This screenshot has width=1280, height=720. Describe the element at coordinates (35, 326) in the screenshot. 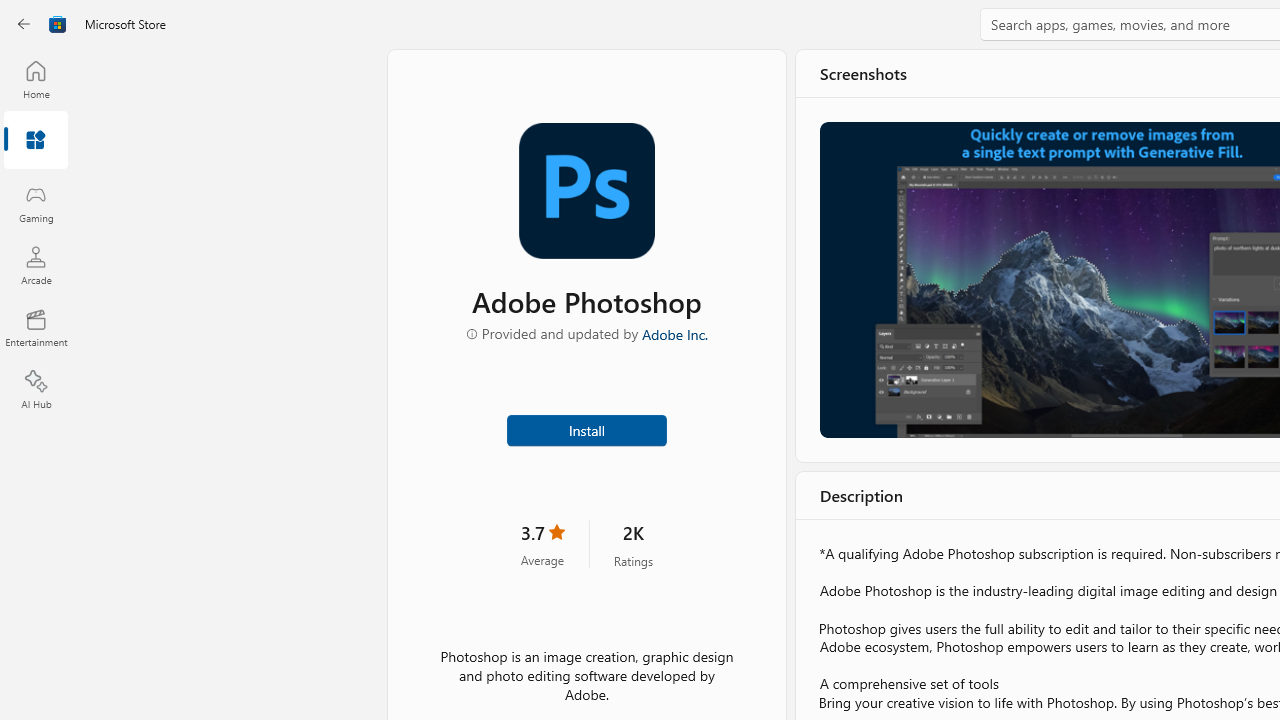

I see `'Entertainment'` at that location.